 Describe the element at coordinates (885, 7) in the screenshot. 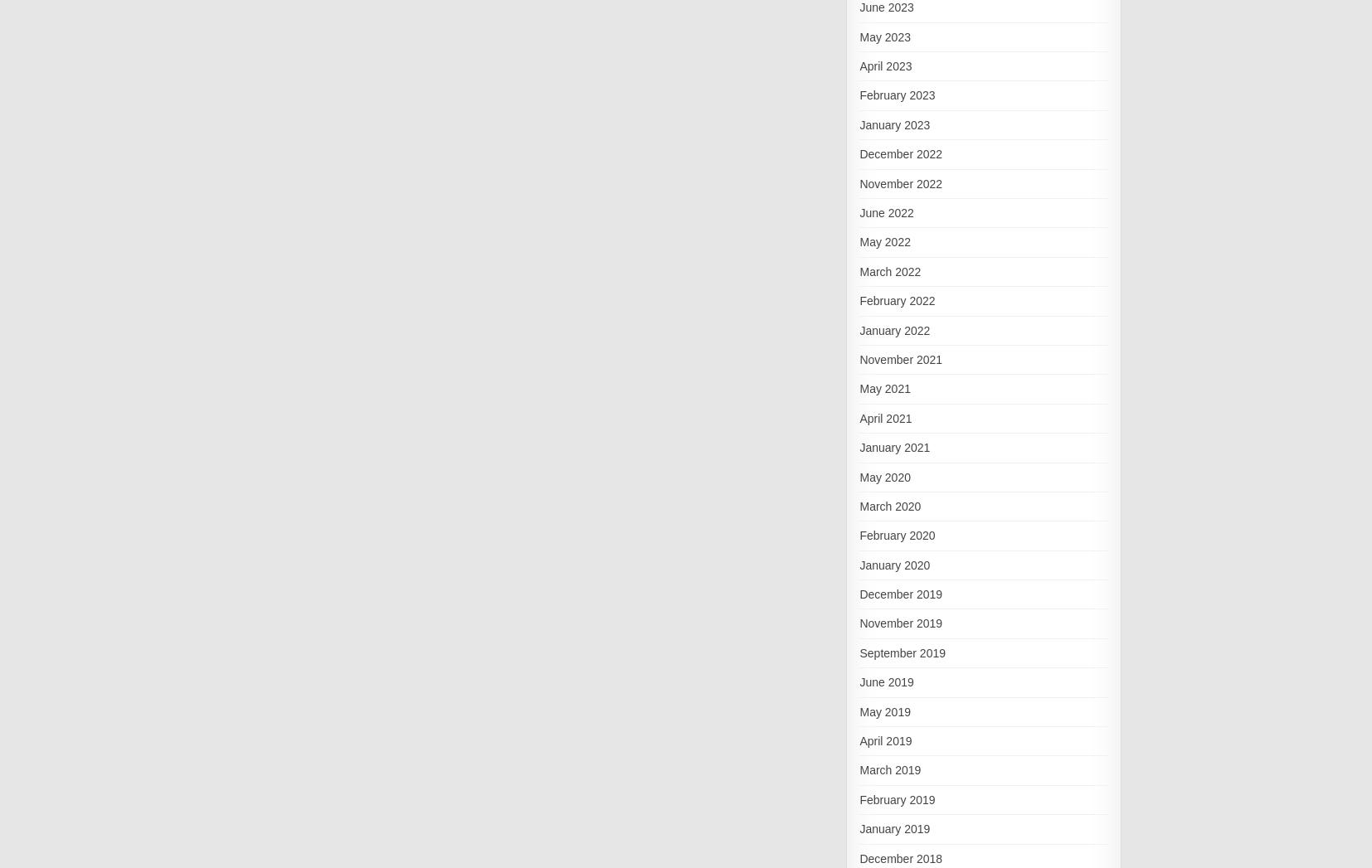

I see `'June 2023'` at that location.